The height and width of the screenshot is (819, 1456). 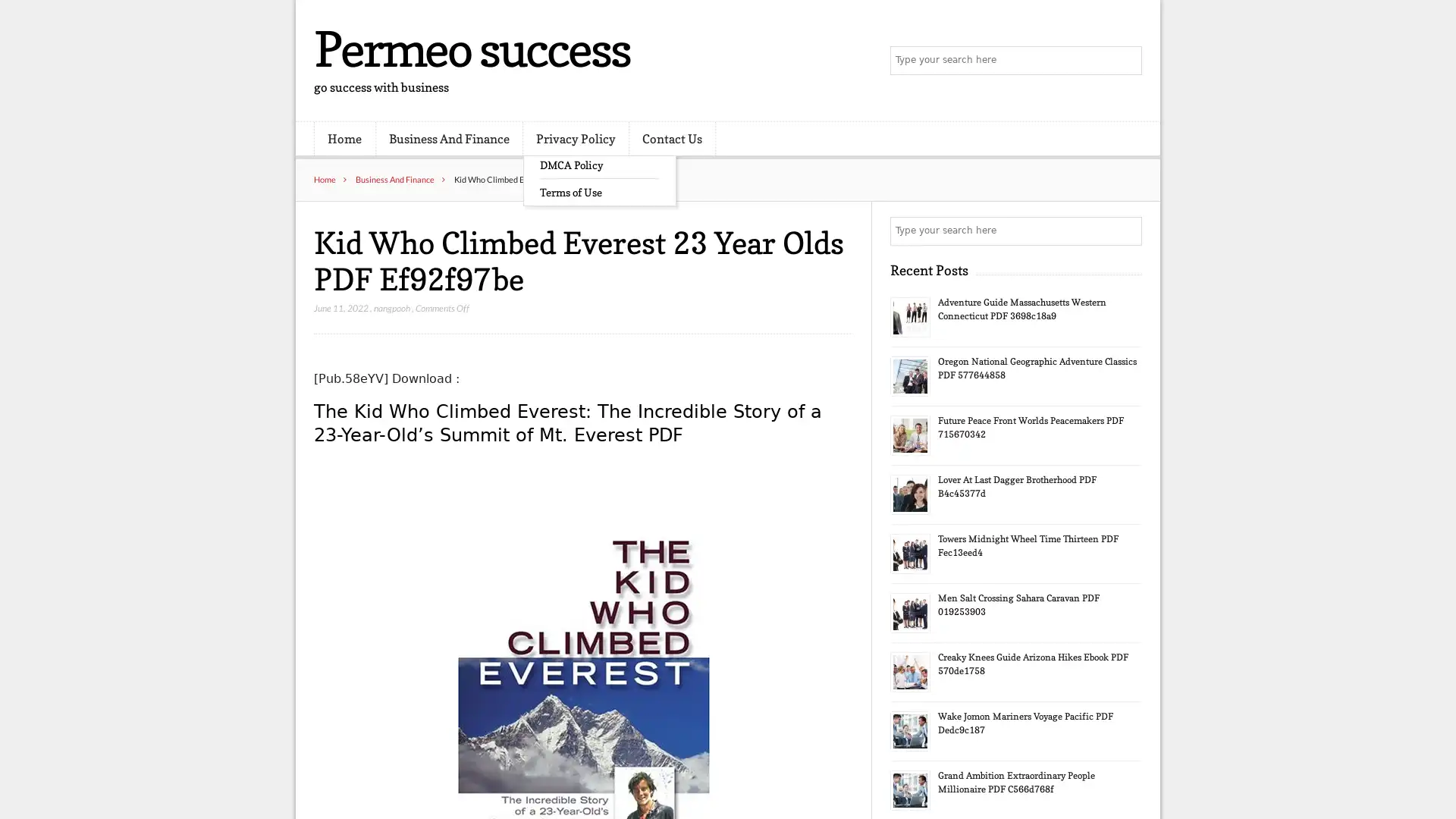 I want to click on Search, so click(x=1126, y=231).